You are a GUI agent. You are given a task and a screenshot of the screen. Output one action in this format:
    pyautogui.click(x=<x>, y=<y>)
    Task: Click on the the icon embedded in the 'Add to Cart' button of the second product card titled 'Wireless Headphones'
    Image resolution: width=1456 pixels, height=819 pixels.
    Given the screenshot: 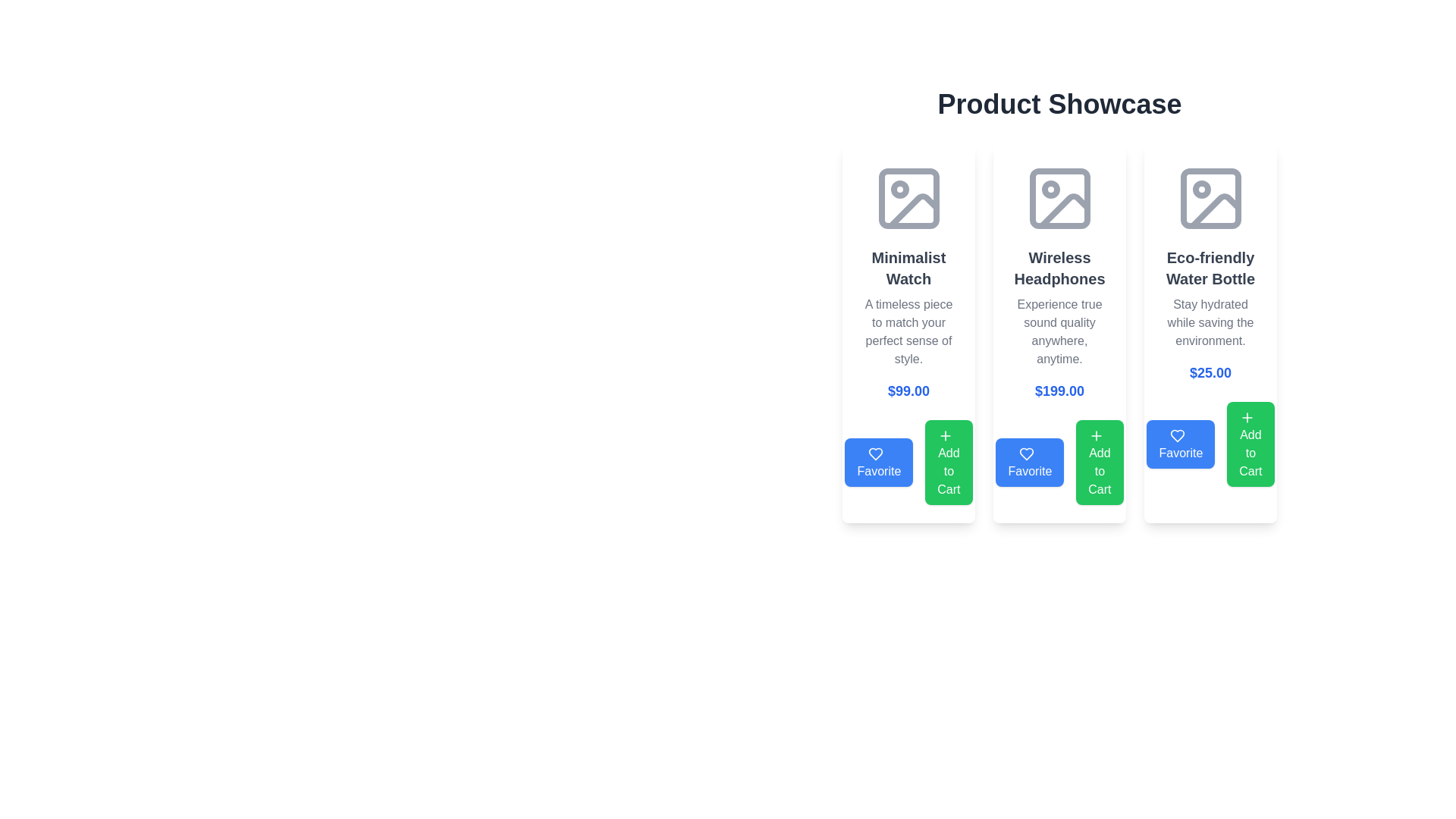 What is the action you would take?
    pyautogui.click(x=1097, y=435)
    